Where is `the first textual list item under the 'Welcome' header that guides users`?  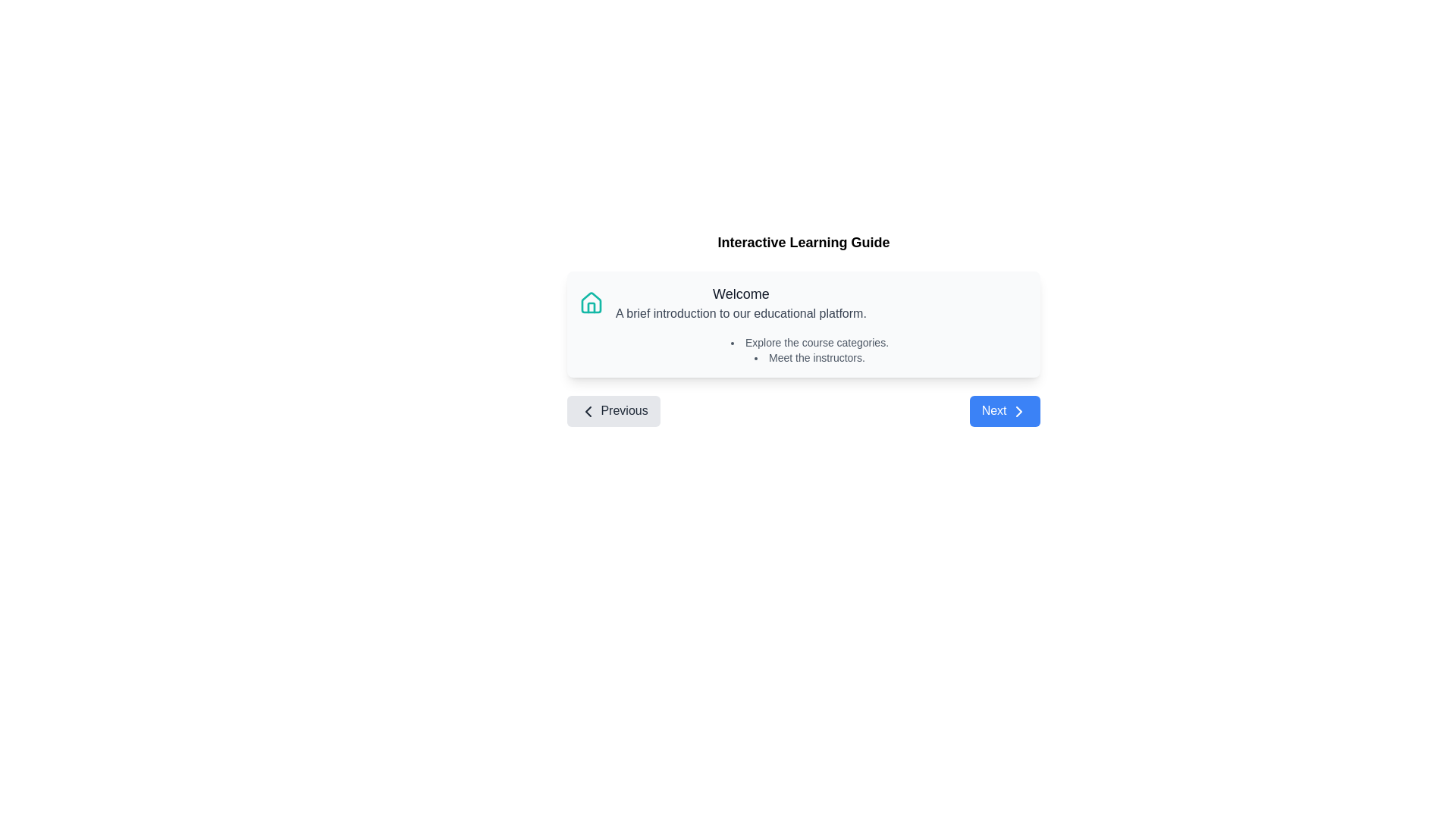
the first textual list item under the 'Welcome' header that guides users is located at coordinates (809, 342).